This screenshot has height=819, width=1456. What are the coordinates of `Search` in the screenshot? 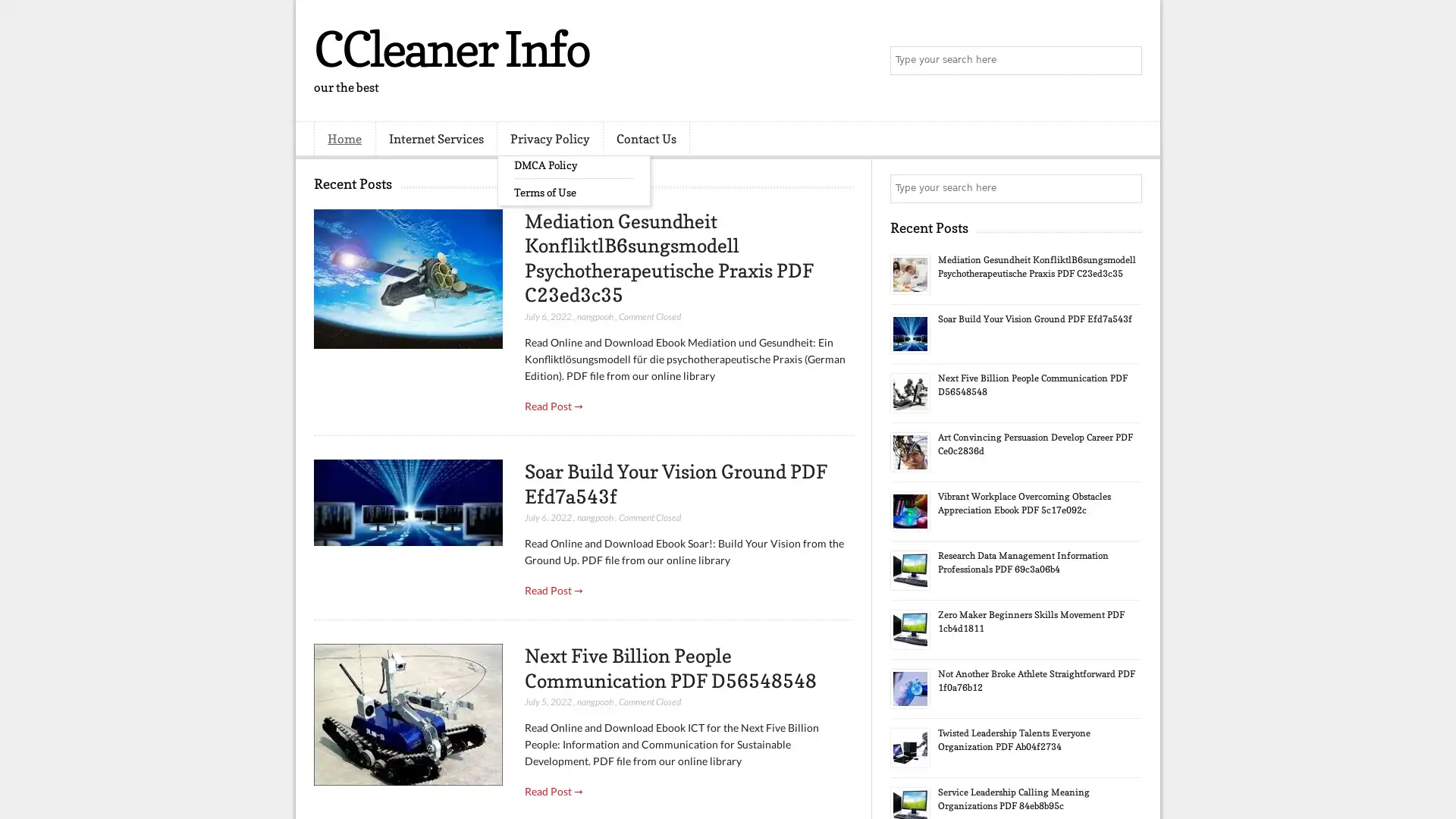 It's located at (1126, 61).